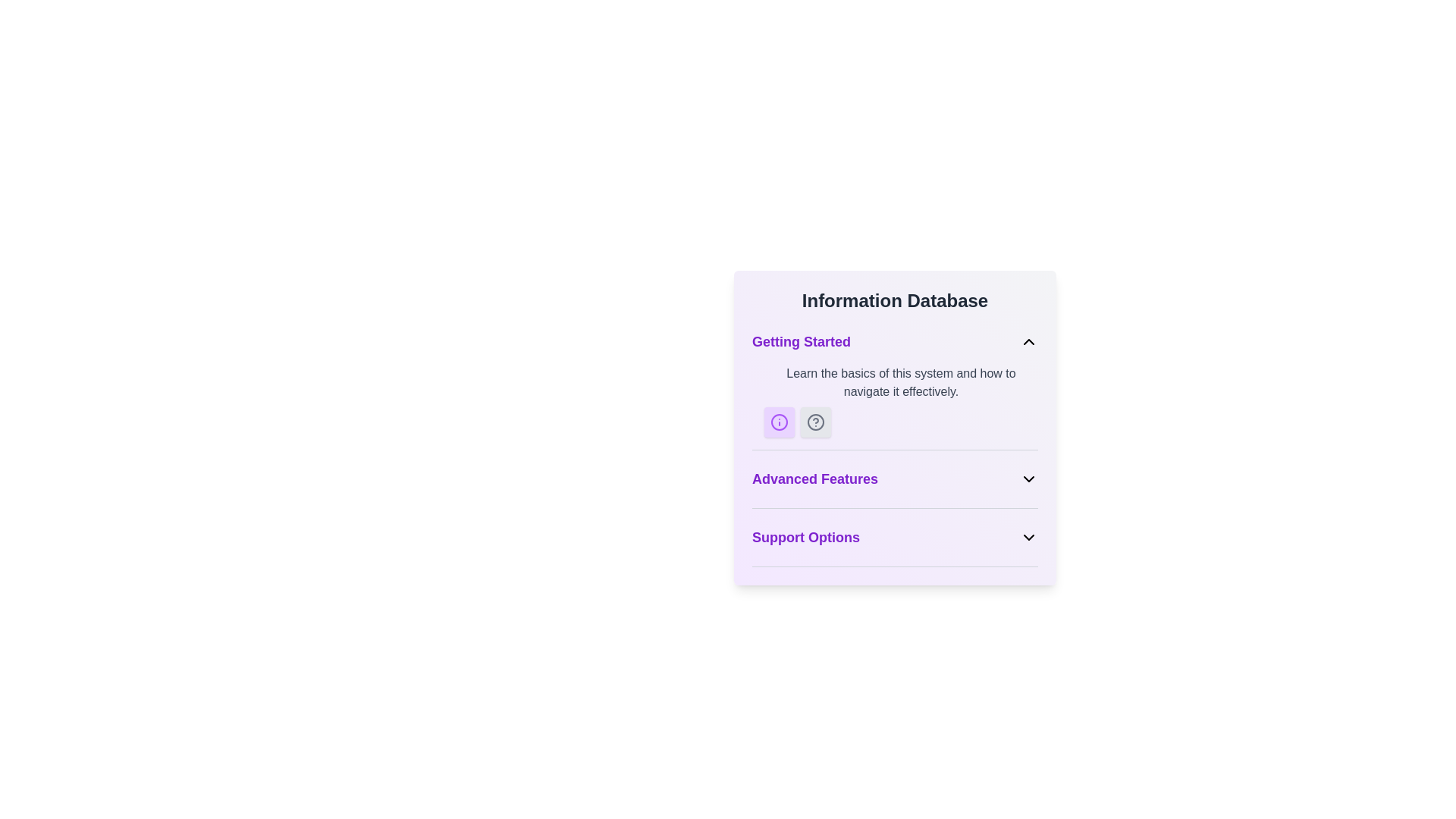 The height and width of the screenshot is (819, 1456). Describe the element at coordinates (814, 422) in the screenshot. I see `the decorative SVG circle element of the help icon located in the 'Getting Started' section under the 'Information Database' header` at that location.